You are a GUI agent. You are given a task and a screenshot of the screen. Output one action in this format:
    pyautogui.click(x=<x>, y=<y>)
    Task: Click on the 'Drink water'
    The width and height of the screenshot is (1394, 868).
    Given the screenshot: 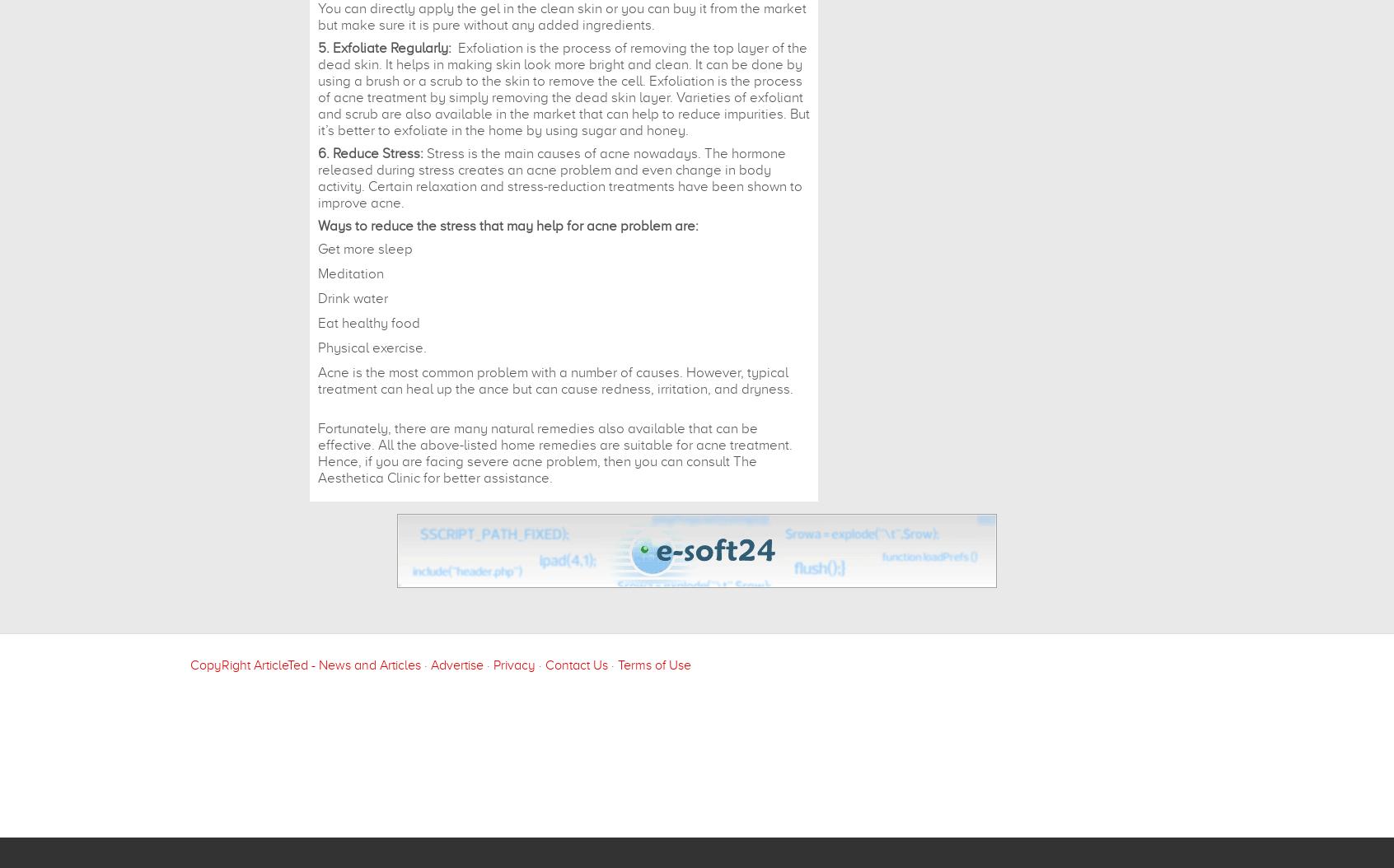 What is the action you would take?
    pyautogui.click(x=352, y=298)
    